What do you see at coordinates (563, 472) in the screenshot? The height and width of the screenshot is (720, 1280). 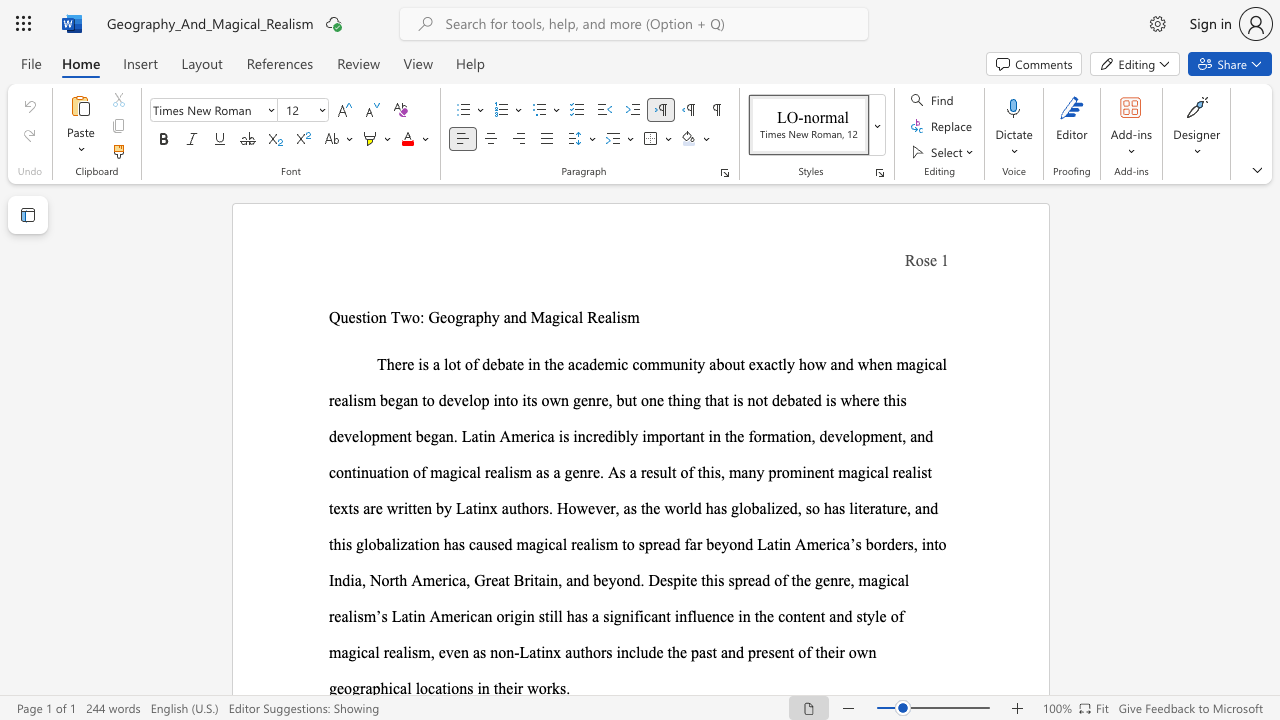 I see `the subset text "genre. As a result of this, many prominent magical realist texts are written by Latinx autho" within the text "There is a lot of debate in the academic community about exactly how and when magical realism began to develop into its own genre, but one thing that is not debated is where this development began. Latin America is incredibly important in the formation, development, and continuation of magical realism as a genre. As a result of this, many prominent magical realist texts are written by Latinx authors. However, as the world has globalized, so has literature, and this globalization has caused magical realism to spread far beyond Latin America’s borders, into India, North America, Great Britain, and beyond. Despite this spread of the genre, magical realism’s Latin American origin still has a"` at bounding box center [563, 472].